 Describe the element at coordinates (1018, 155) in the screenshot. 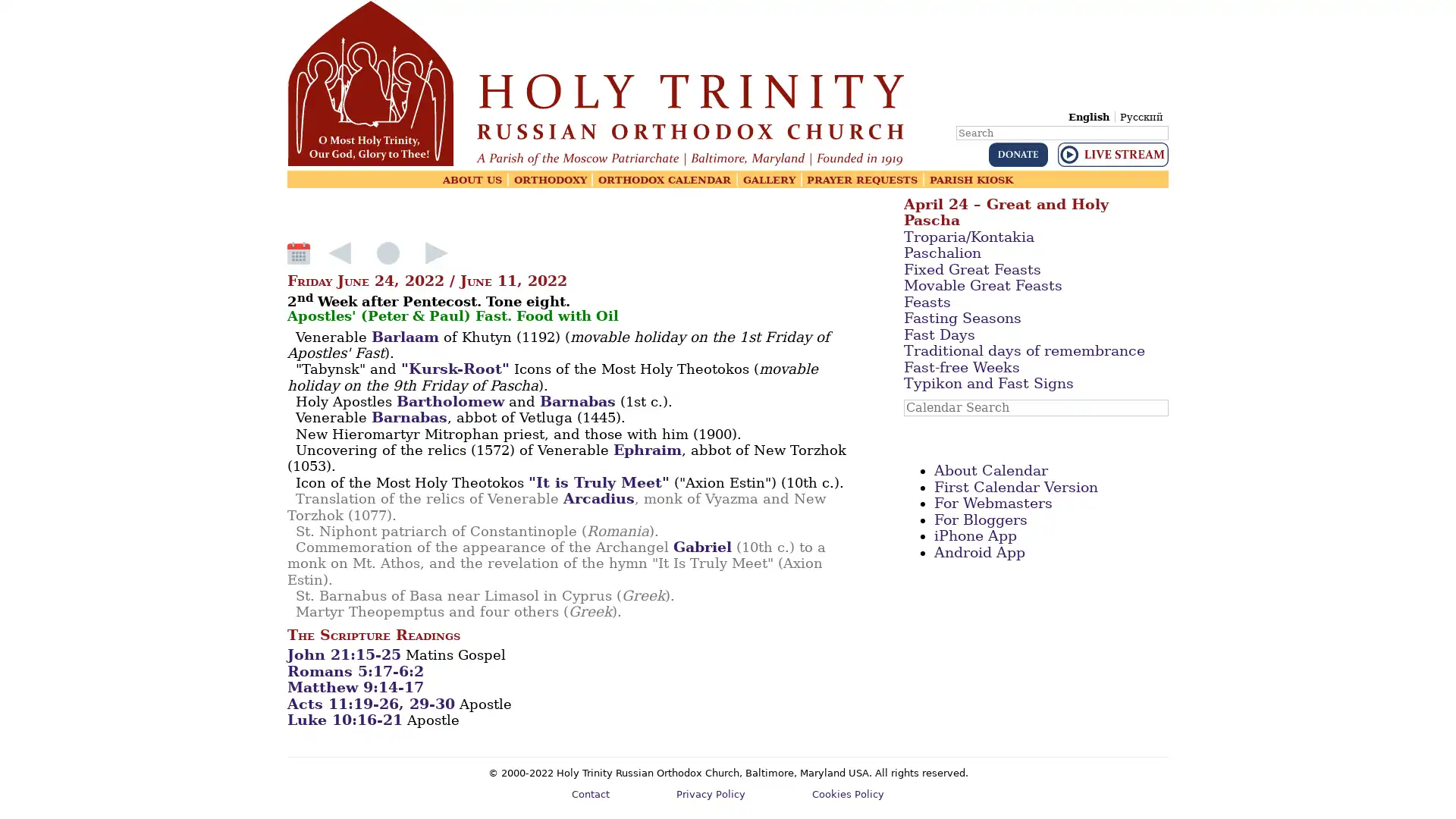

I see `PayPal - The safer, easier way to pay online!` at that location.